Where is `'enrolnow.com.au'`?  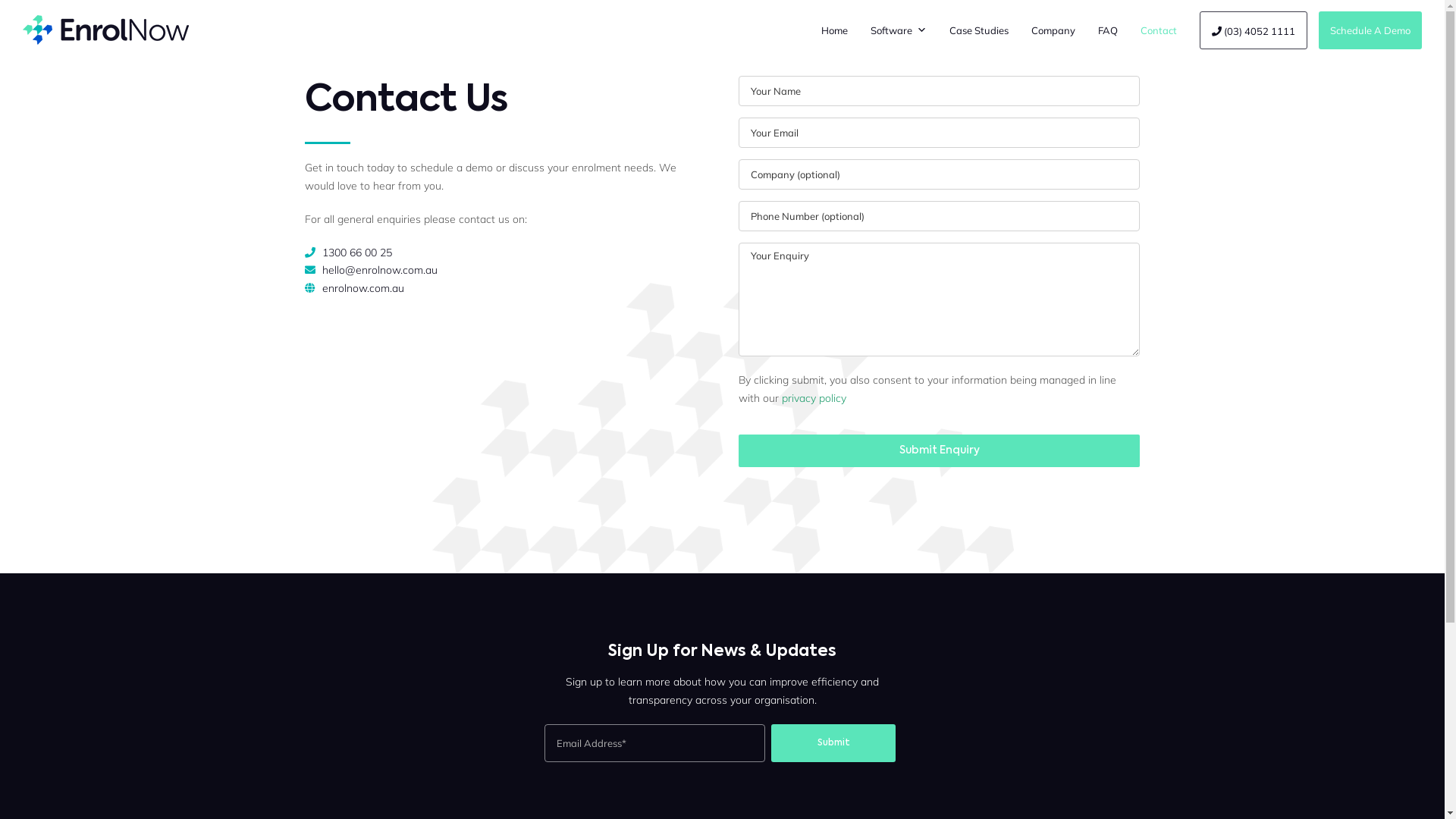
'enrolnow.com.au' is located at coordinates (322, 288).